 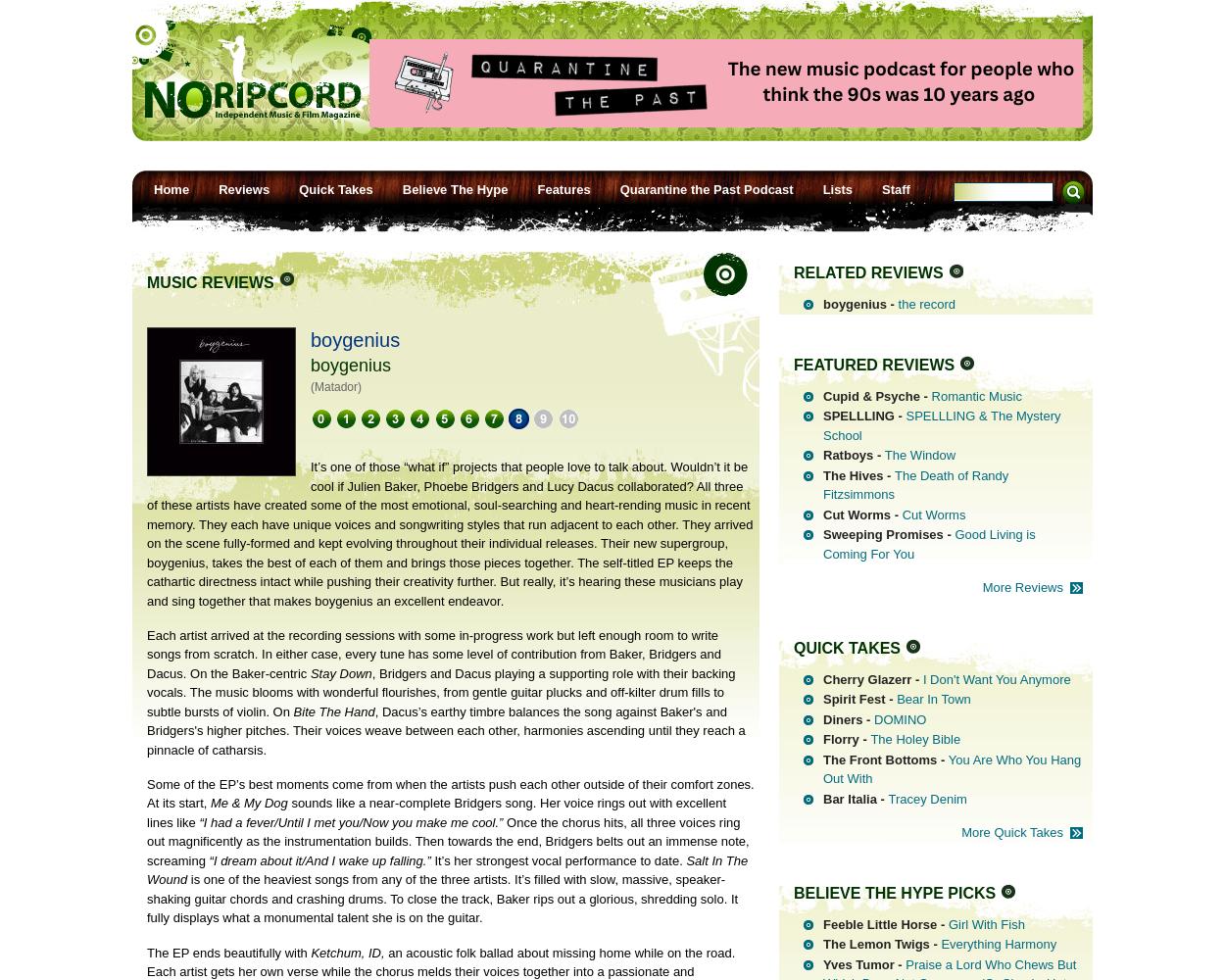 What do you see at coordinates (559, 859) in the screenshot?
I see `'It’s her strongest vocal performance to date.'` at bounding box center [559, 859].